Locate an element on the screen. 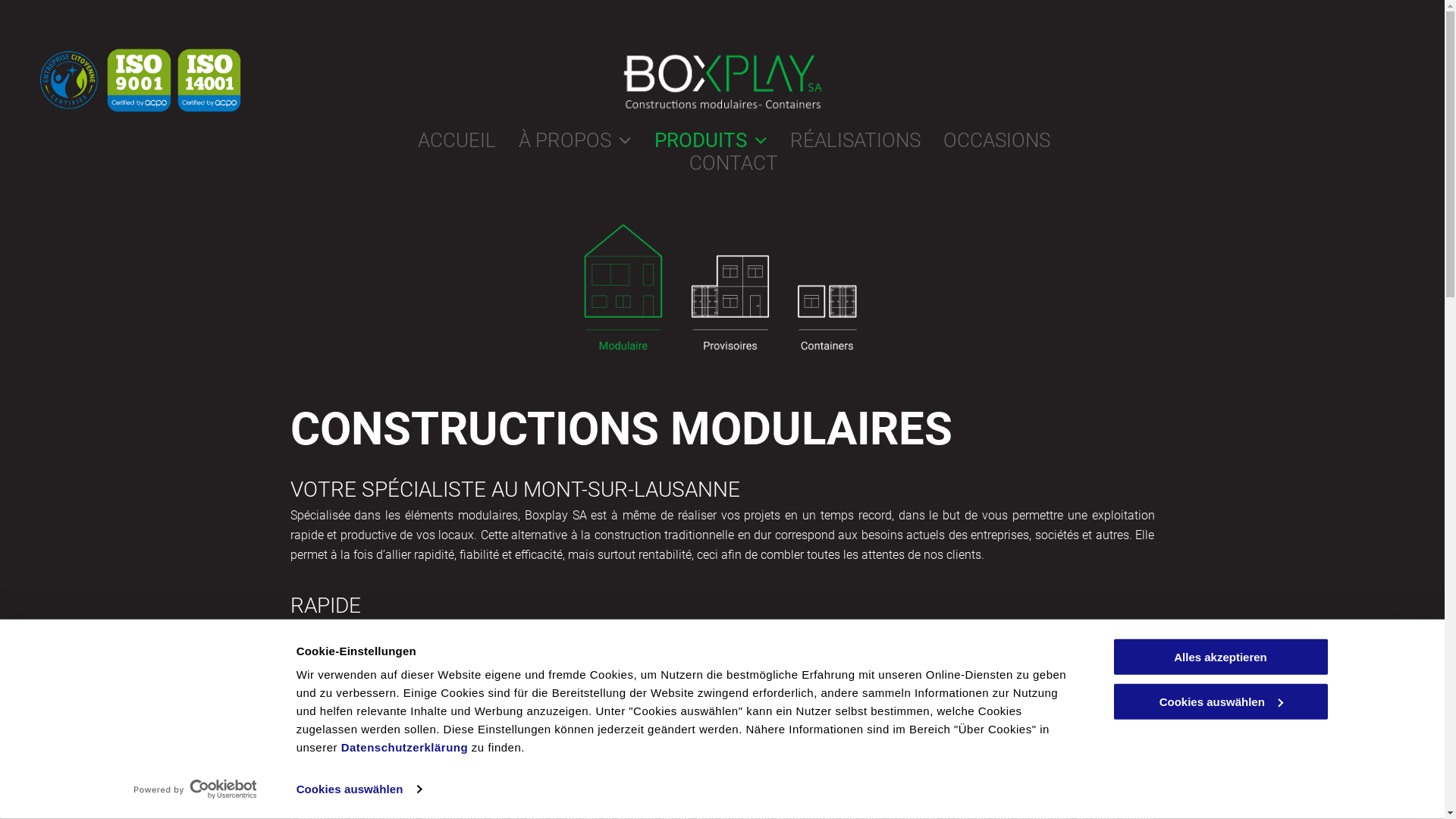  'CONTACT' is located at coordinates (721, 163).